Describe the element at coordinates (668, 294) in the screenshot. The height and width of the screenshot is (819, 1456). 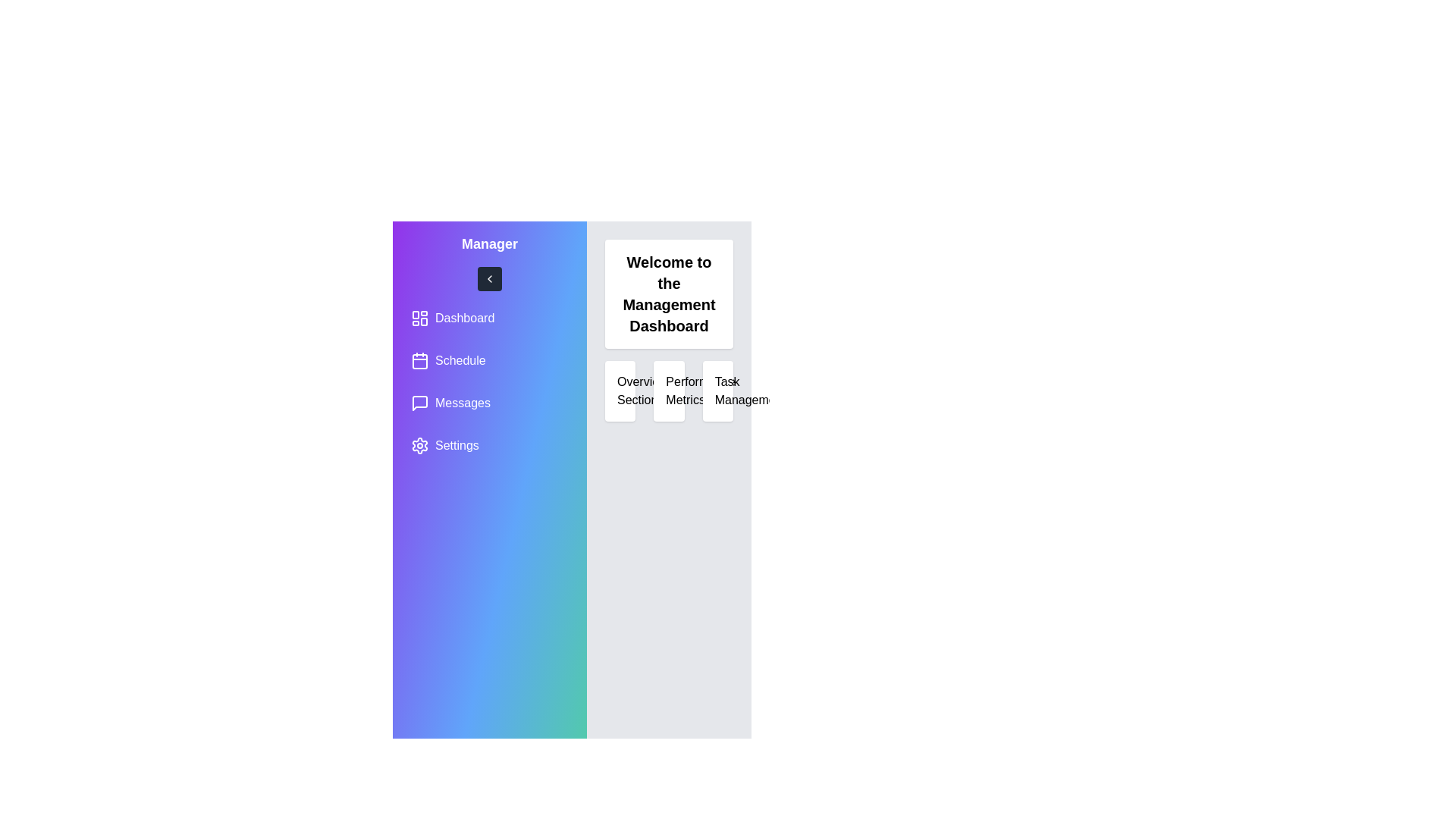
I see `the text element displaying 'Welcome to the Management Dashboard', which is prominently centered in a white rounded rectangle box in the top-right section of the interface` at that location.